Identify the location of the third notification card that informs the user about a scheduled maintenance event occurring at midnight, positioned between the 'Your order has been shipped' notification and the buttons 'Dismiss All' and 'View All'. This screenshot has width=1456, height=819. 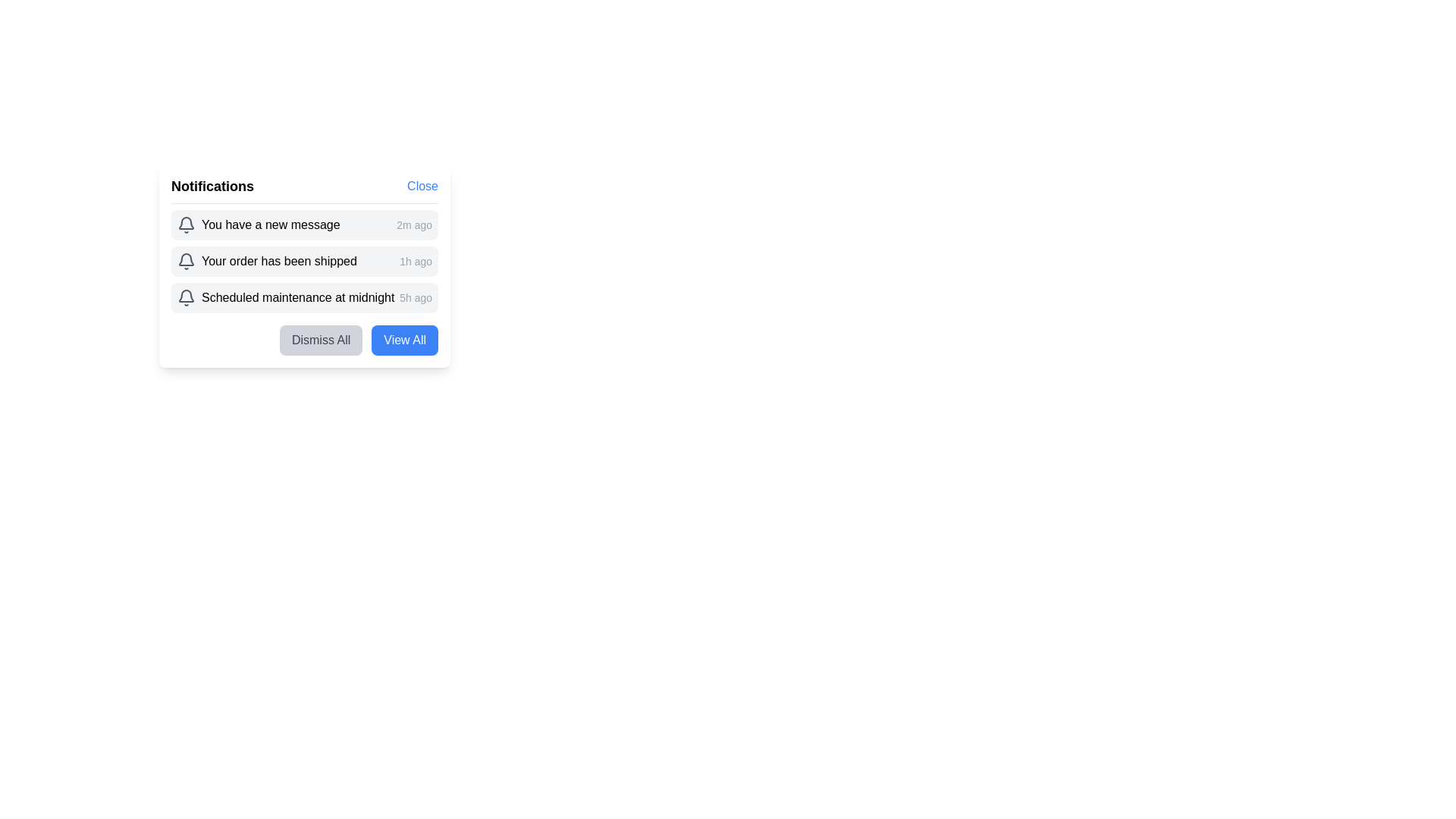
(304, 298).